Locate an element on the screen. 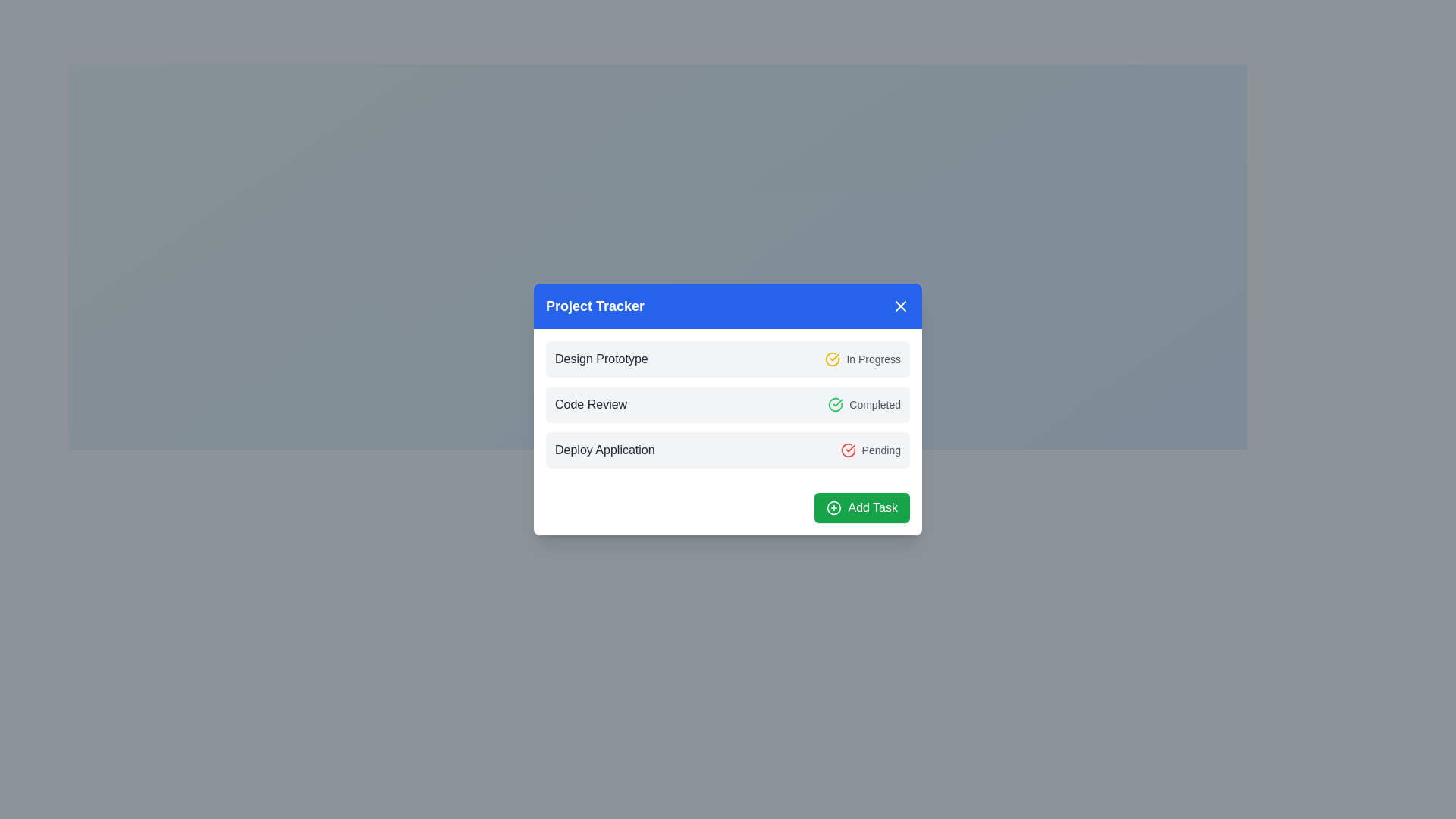  the interactive button located at the bottom right corner of the 'Project Tracker' card to initiate the addition of a new task is located at coordinates (862, 508).